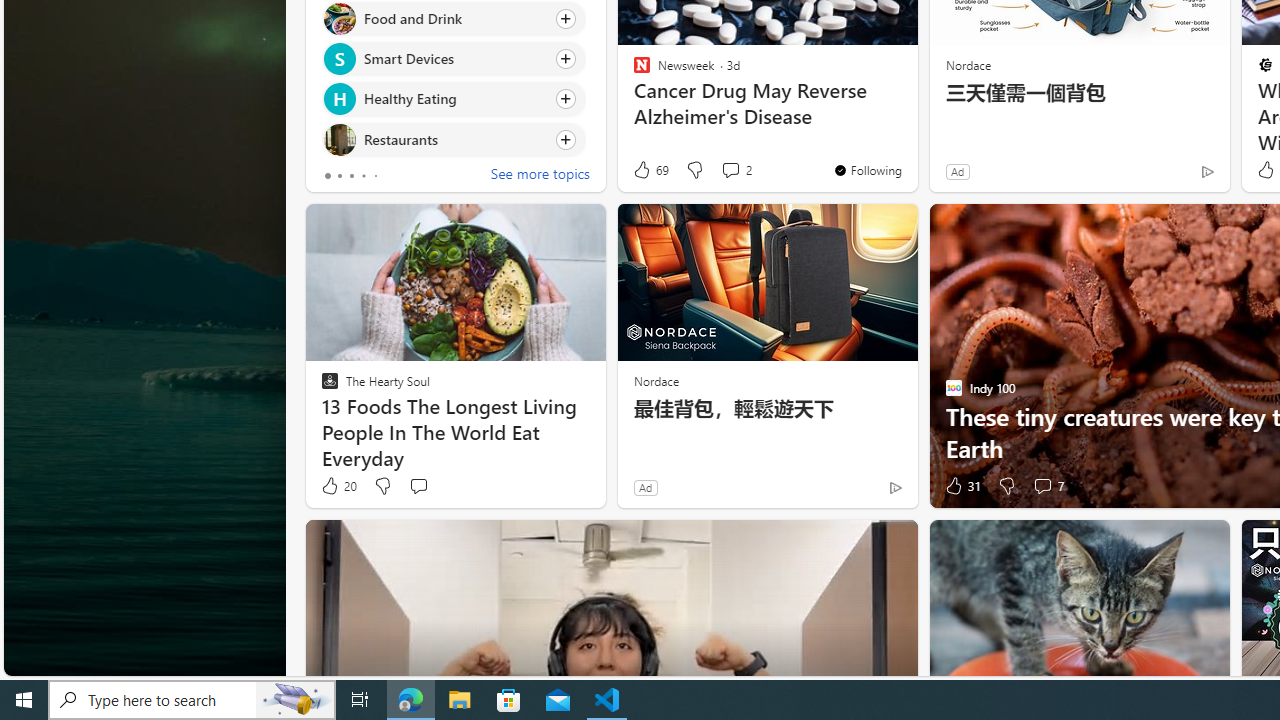 The width and height of the screenshot is (1280, 720). I want to click on 'tab-0', so click(327, 175).